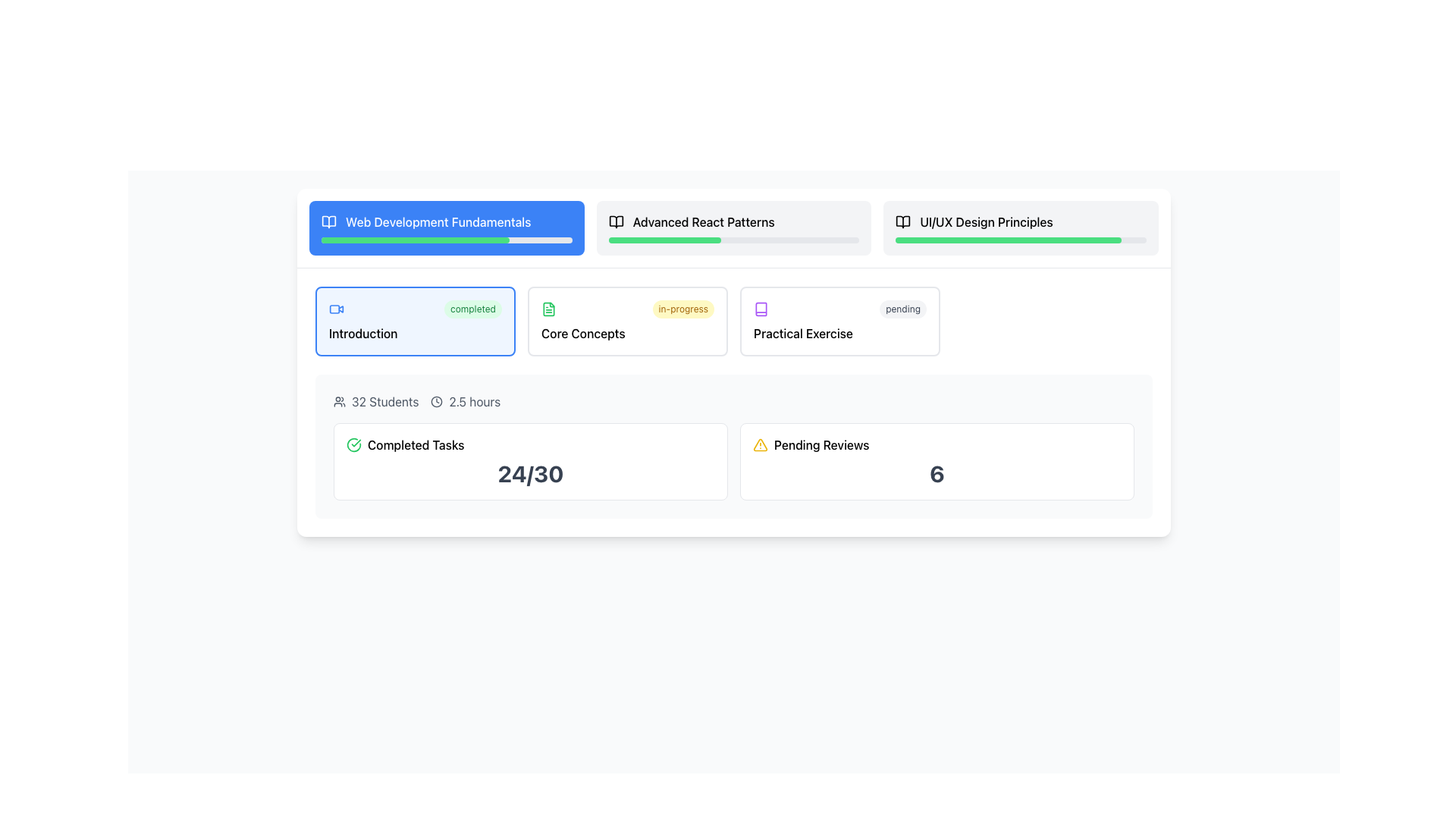 This screenshot has height=819, width=1456. Describe the element at coordinates (821, 444) in the screenshot. I see `the 'Pending Reviews' text label, which is styled in medium font weight and positioned next to a yellow warning icon at the bottom right of the interface` at that location.